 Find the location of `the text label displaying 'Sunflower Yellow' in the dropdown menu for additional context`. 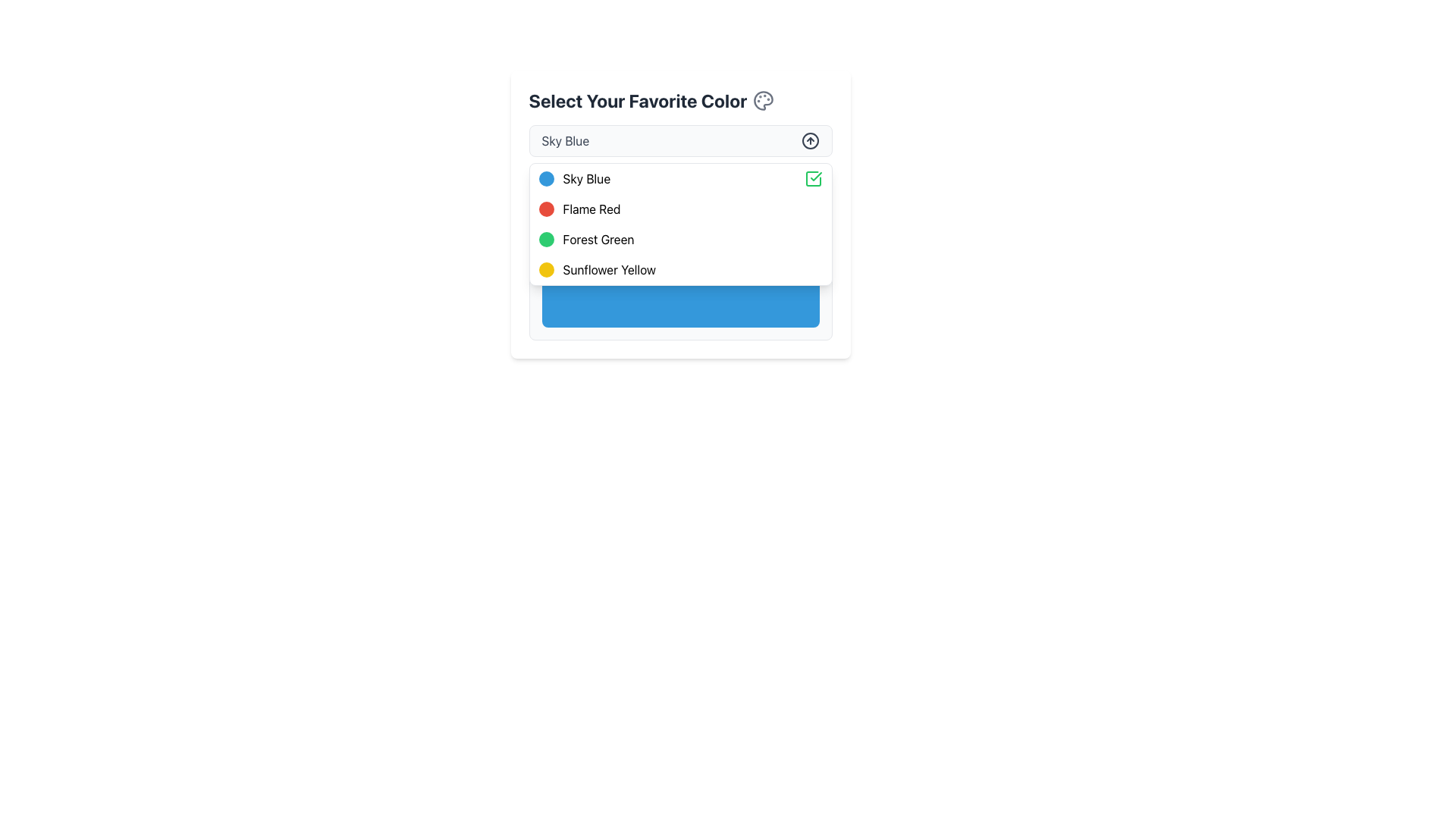

the text label displaying 'Sunflower Yellow' in the dropdown menu for additional context is located at coordinates (609, 268).